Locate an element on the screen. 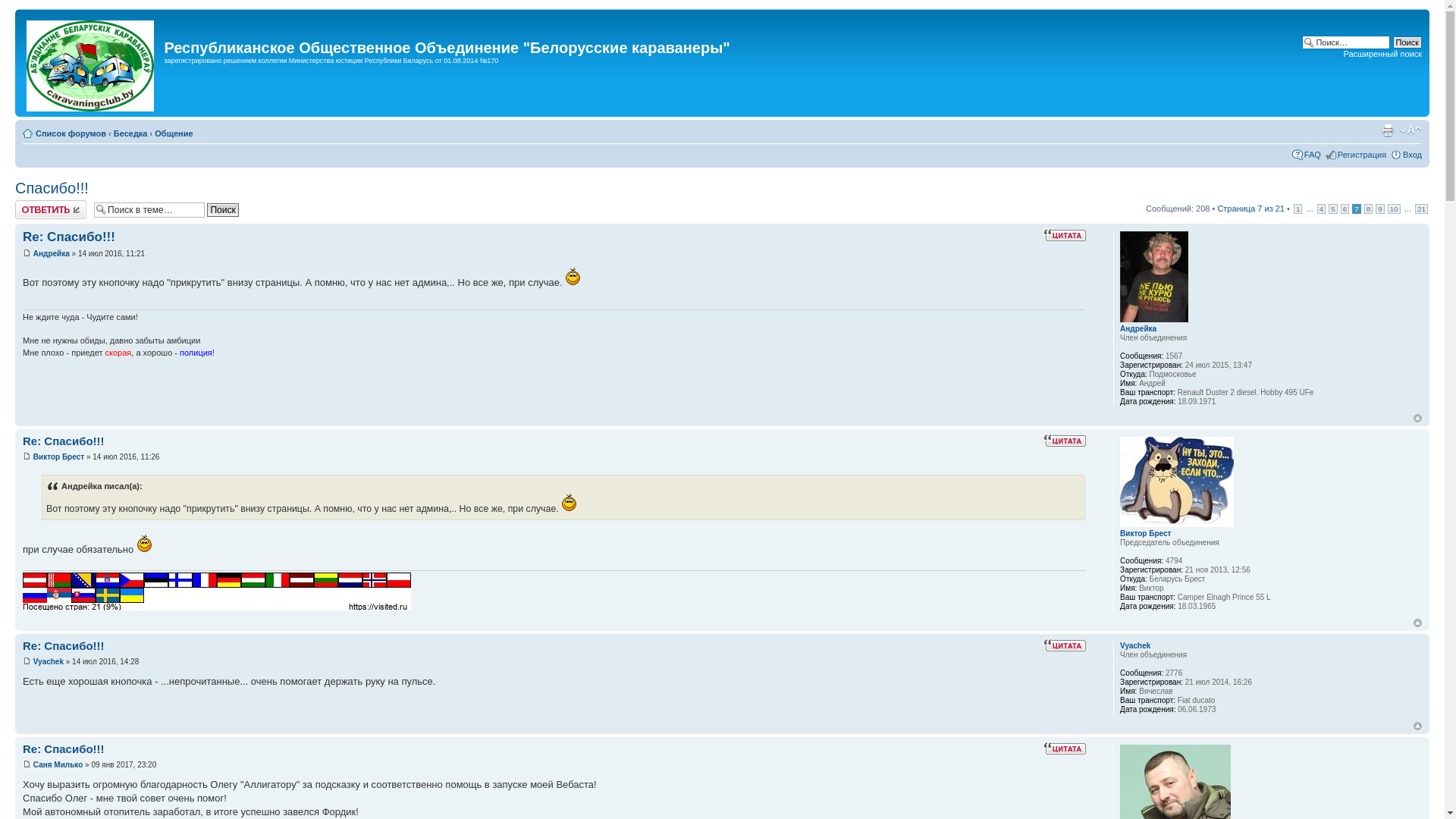  'Vyachek' is located at coordinates (1135, 645).